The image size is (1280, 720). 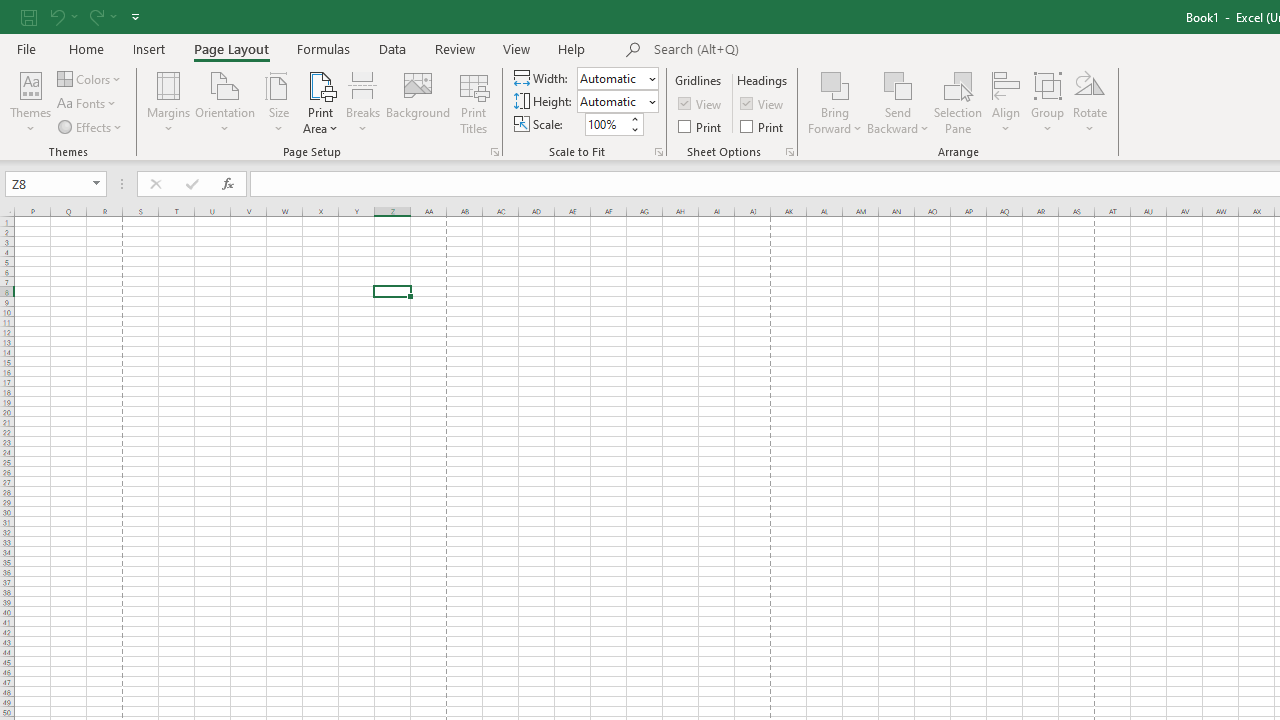 What do you see at coordinates (835, 84) in the screenshot?
I see `'Bring Forward'` at bounding box center [835, 84].